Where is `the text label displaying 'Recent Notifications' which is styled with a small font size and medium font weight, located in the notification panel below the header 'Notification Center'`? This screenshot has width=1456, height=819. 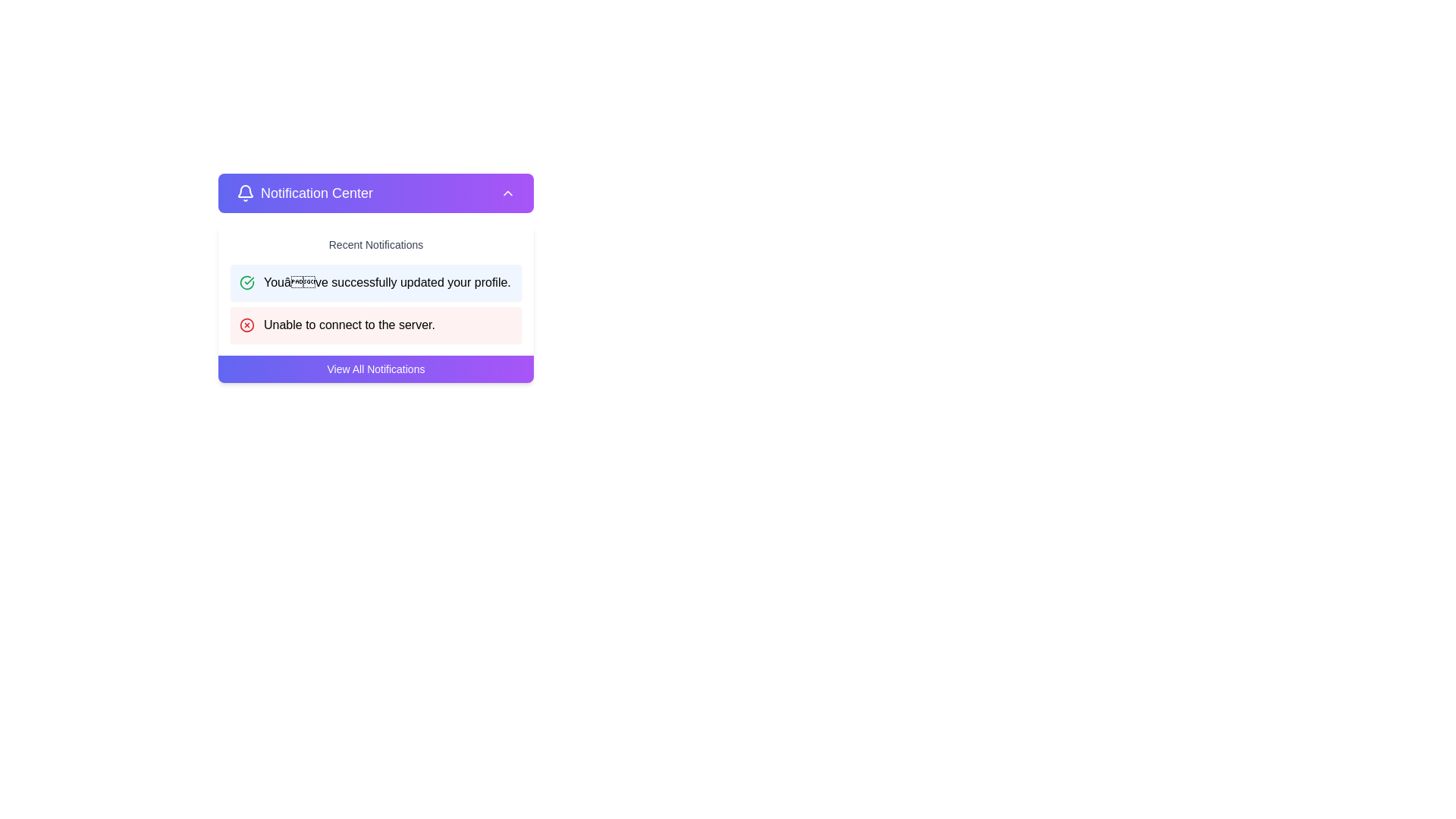
the text label displaying 'Recent Notifications' which is styled with a small font size and medium font weight, located in the notification panel below the header 'Notification Center' is located at coordinates (375, 239).